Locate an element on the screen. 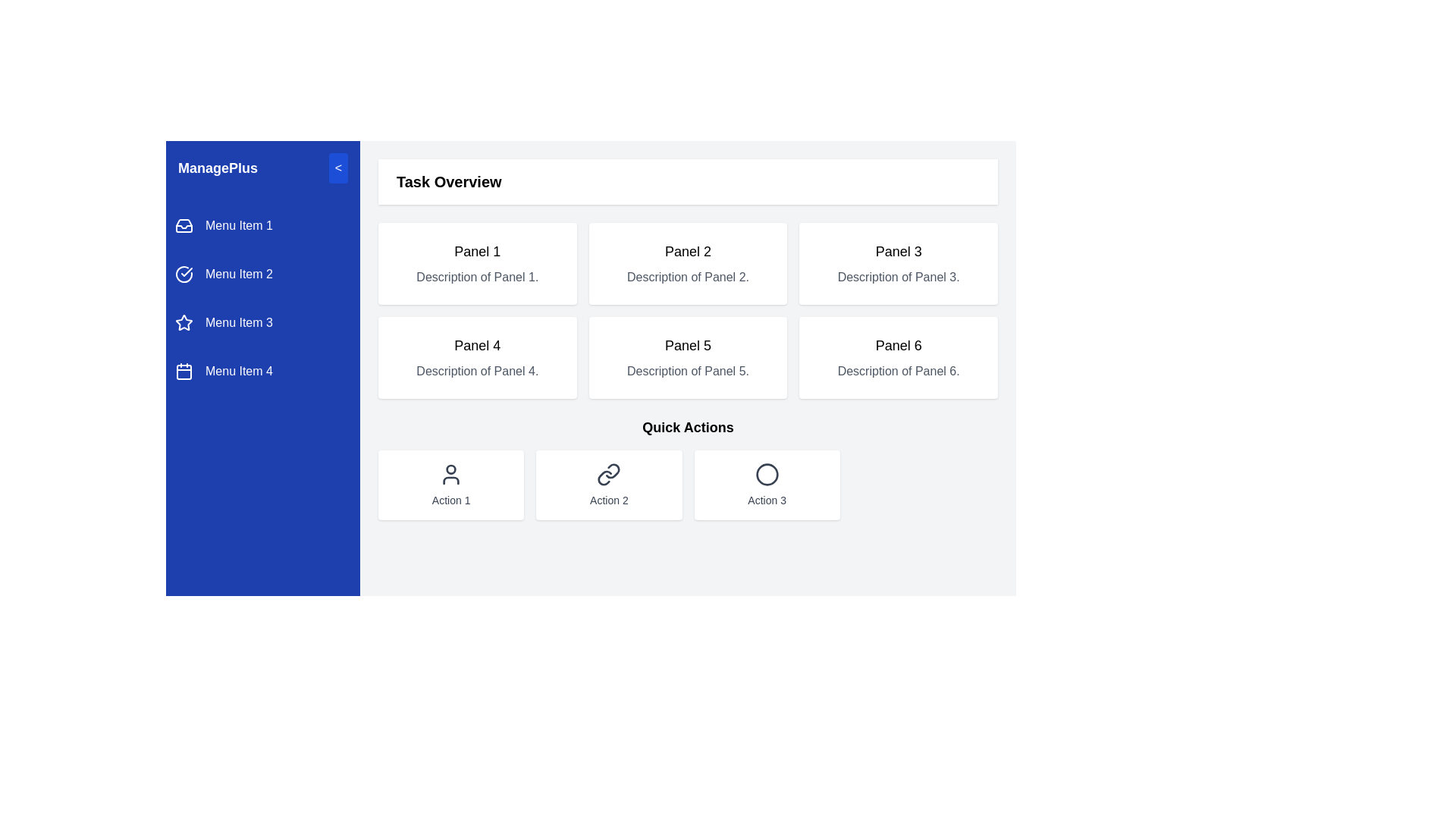 This screenshot has height=819, width=1456. the 'Menu Item 1' vector graphic icon in the sidebar navigation is located at coordinates (184, 225).